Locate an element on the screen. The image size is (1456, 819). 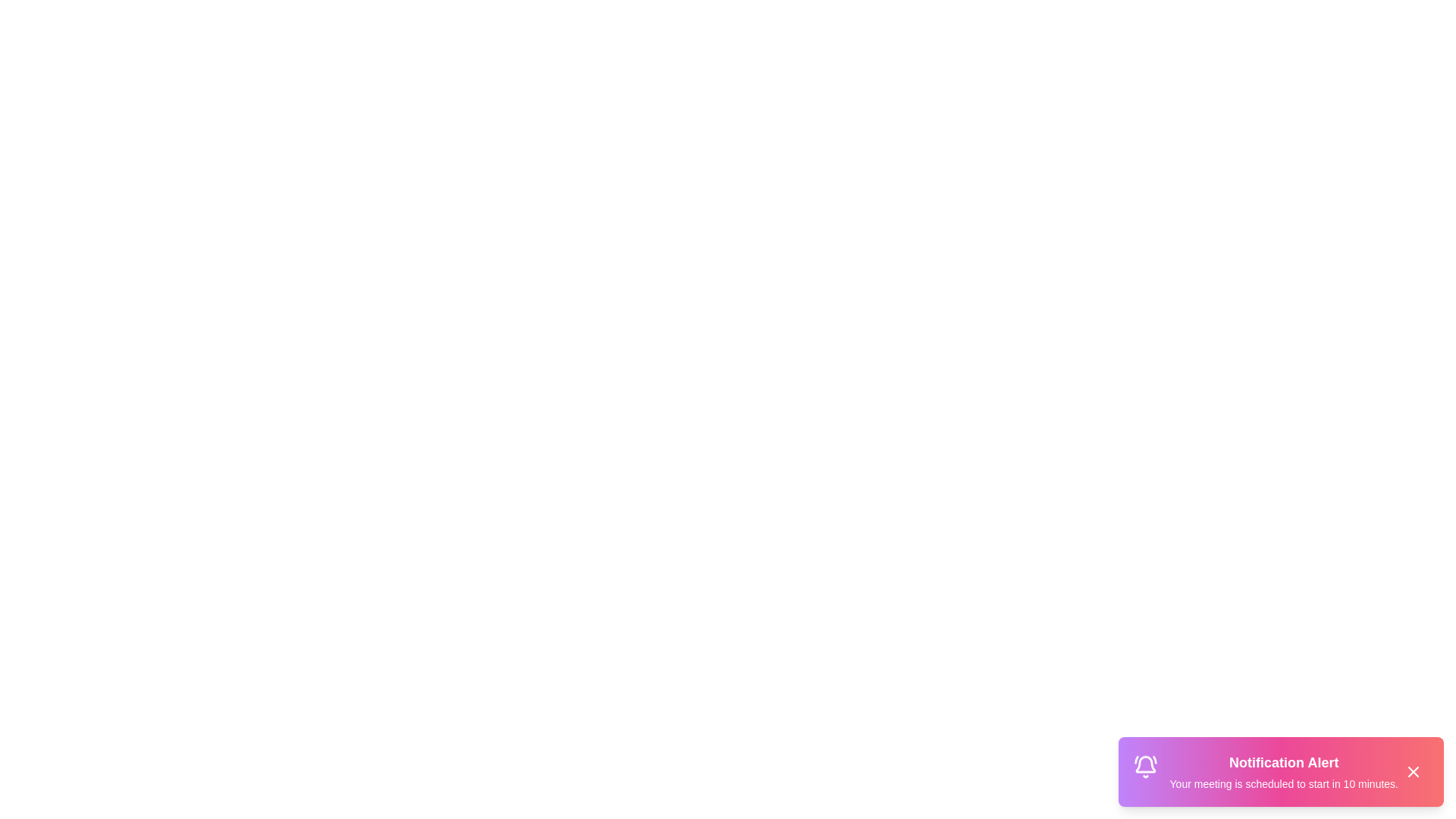
the notification to focus on it is located at coordinates (1280, 772).